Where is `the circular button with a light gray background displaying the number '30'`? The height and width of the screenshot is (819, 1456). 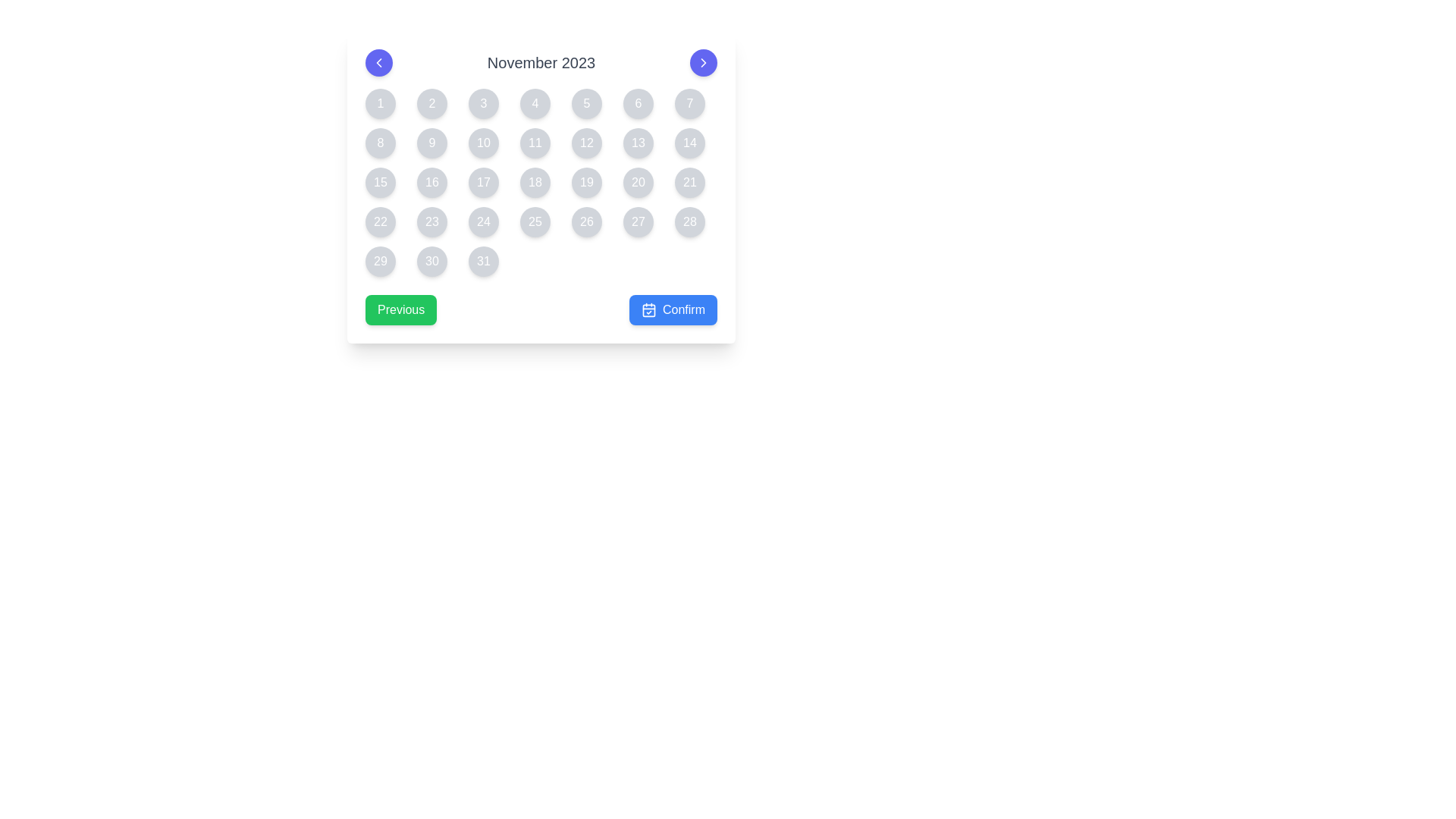 the circular button with a light gray background displaying the number '30' is located at coordinates (431, 260).